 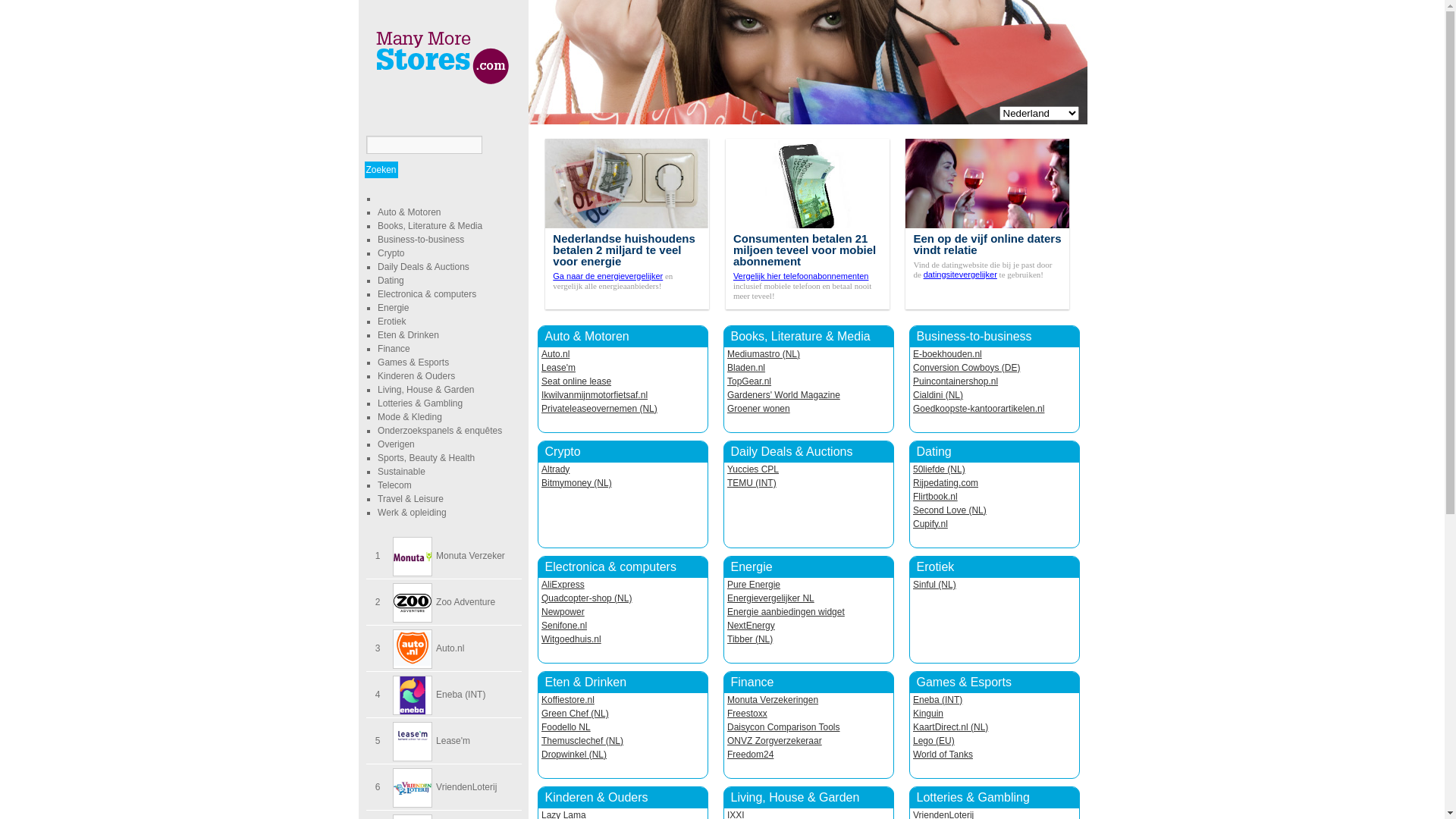 What do you see at coordinates (562, 610) in the screenshot?
I see `'Newpower'` at bounding box center [562, 610].